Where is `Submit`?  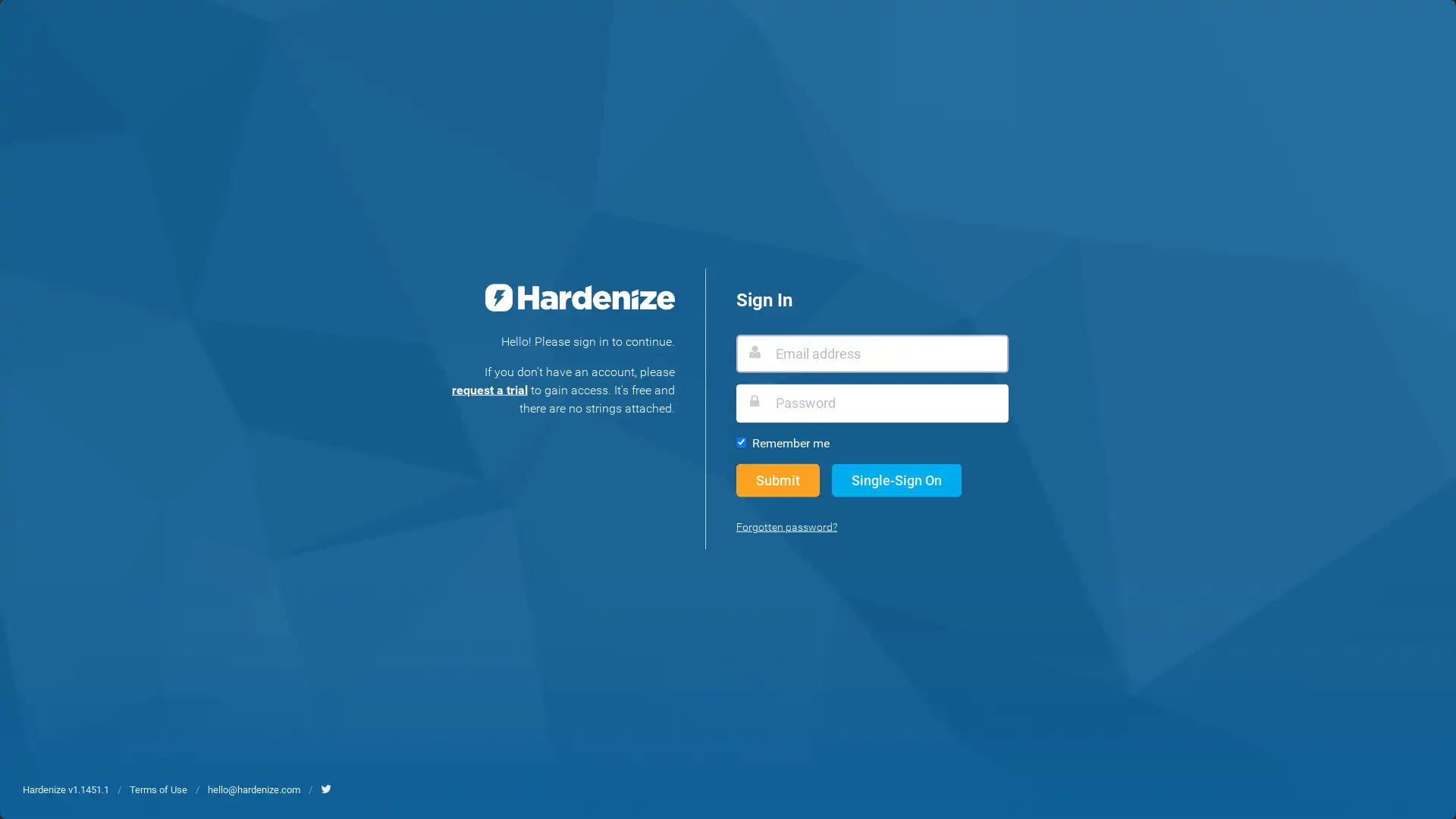
Submit is located at coordinates (778, 479).